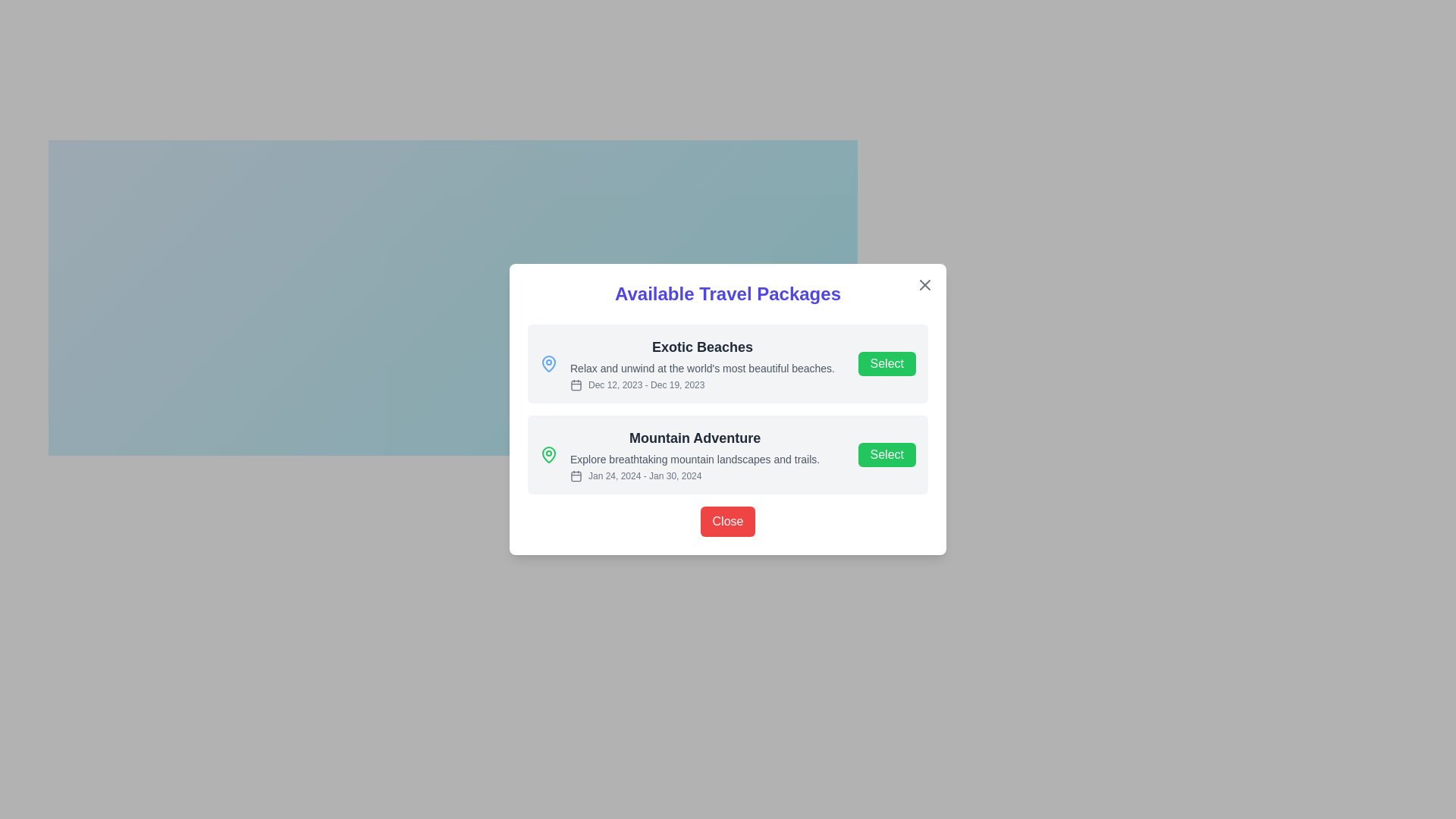  I want to click on the Informational Text Block titled 'Mountain Adventure', so click(694, 454).